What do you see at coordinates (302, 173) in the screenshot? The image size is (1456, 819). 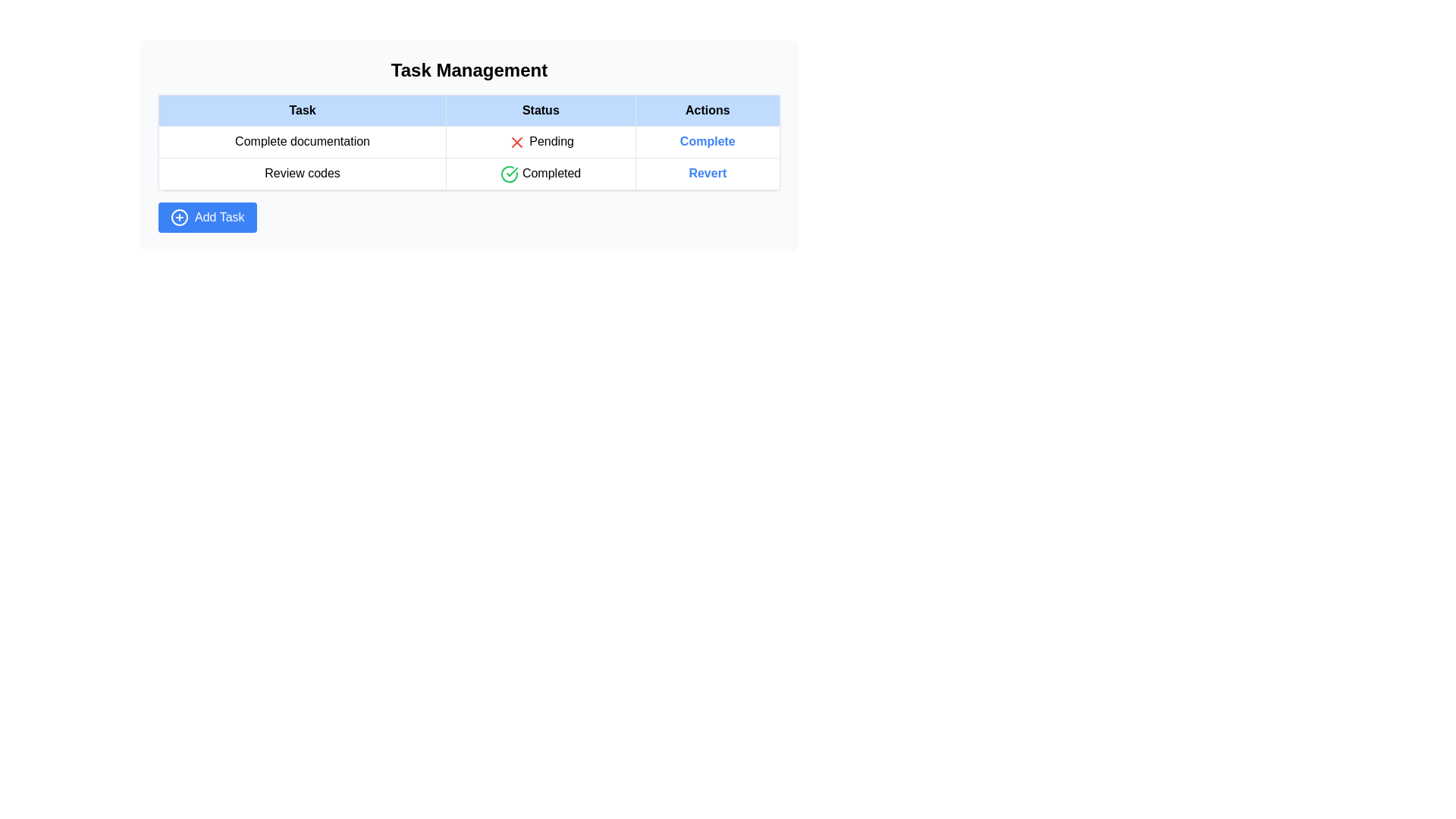 I see `the text label displaying 'Review codes' which is located in the second row and first column of the tabular layout, below 'Complete documentation'` at bounding box center [302, 173].